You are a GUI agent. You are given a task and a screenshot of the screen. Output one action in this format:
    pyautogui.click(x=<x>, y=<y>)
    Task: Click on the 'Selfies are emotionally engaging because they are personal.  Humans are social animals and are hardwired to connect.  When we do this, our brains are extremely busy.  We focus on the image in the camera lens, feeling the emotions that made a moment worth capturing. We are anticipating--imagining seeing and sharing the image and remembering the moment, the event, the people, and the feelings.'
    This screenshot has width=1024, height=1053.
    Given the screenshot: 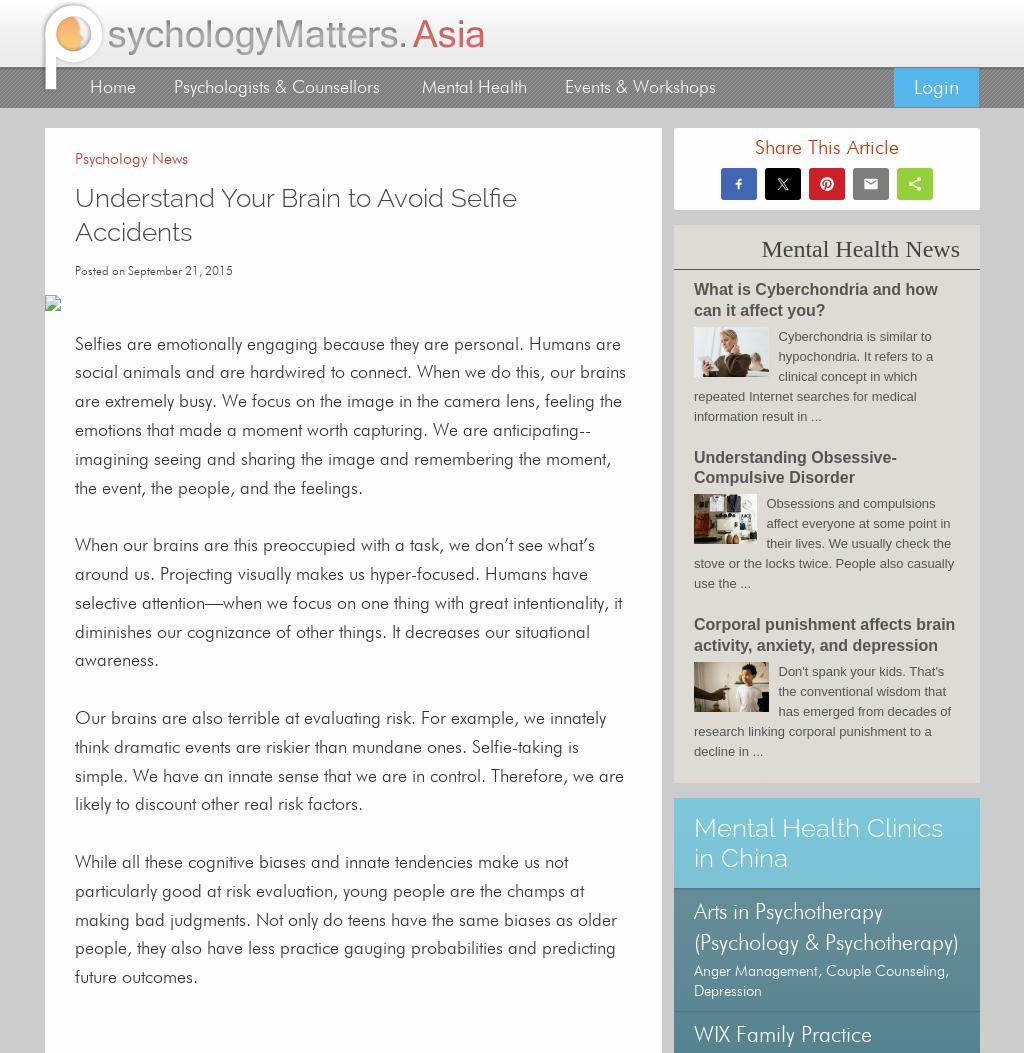 What is the action you would take?
    pyautogui.click(x=350, y=416)
    